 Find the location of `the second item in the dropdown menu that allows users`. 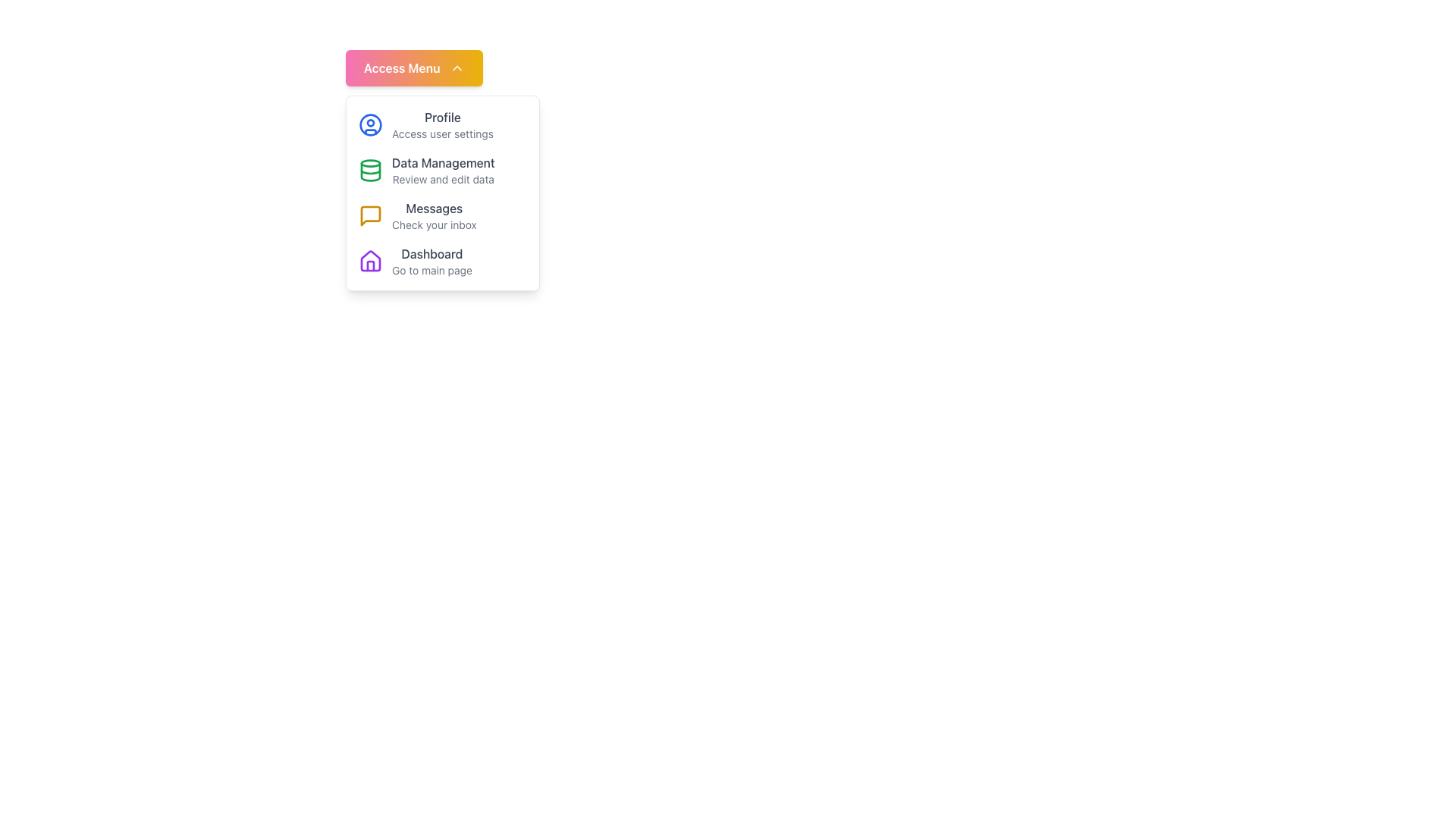

the second item in the dropdown menu that allows users is located at coordinates (442, 170).